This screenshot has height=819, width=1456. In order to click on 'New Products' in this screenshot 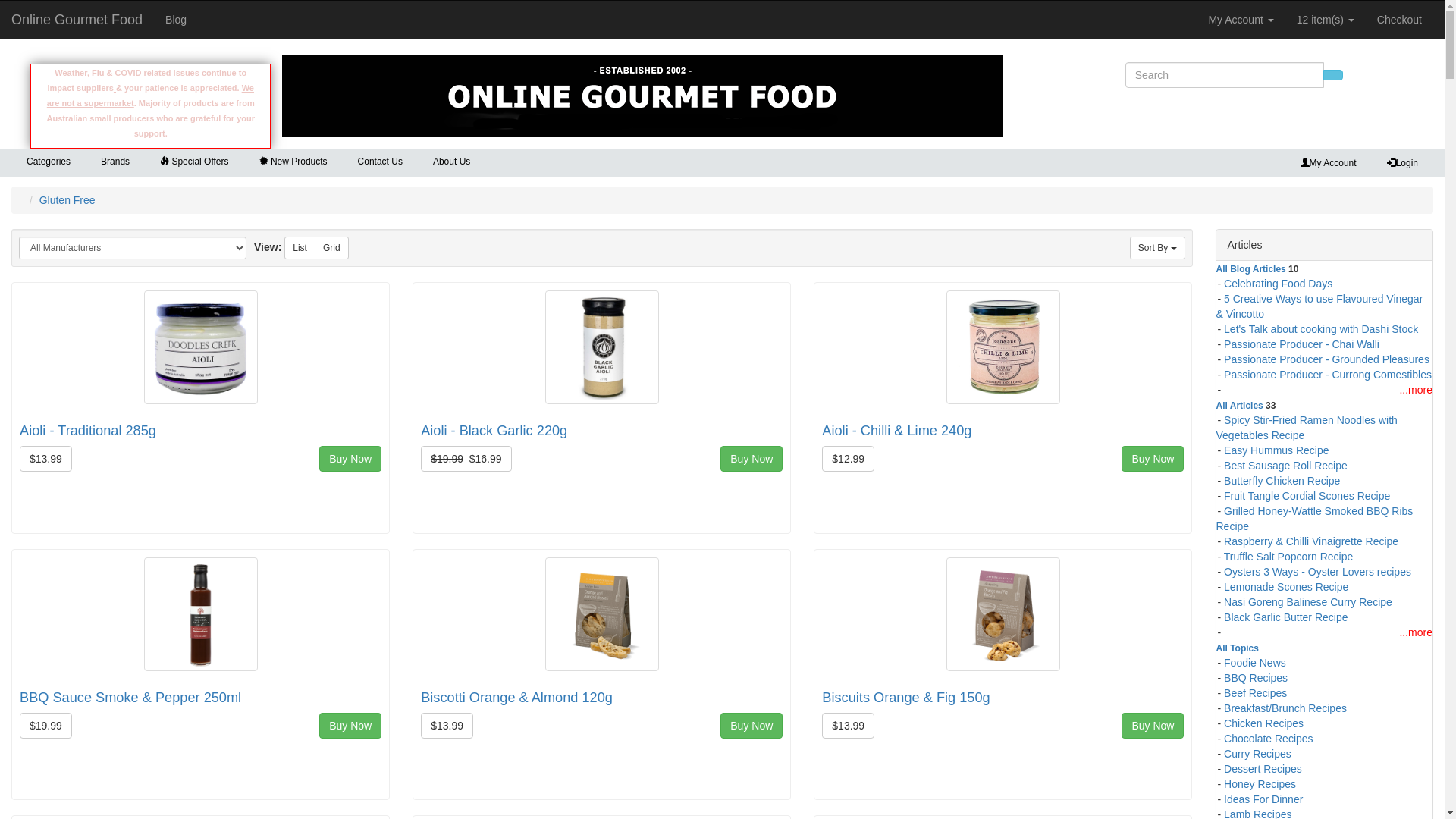, I will do `click(243, 162)`.